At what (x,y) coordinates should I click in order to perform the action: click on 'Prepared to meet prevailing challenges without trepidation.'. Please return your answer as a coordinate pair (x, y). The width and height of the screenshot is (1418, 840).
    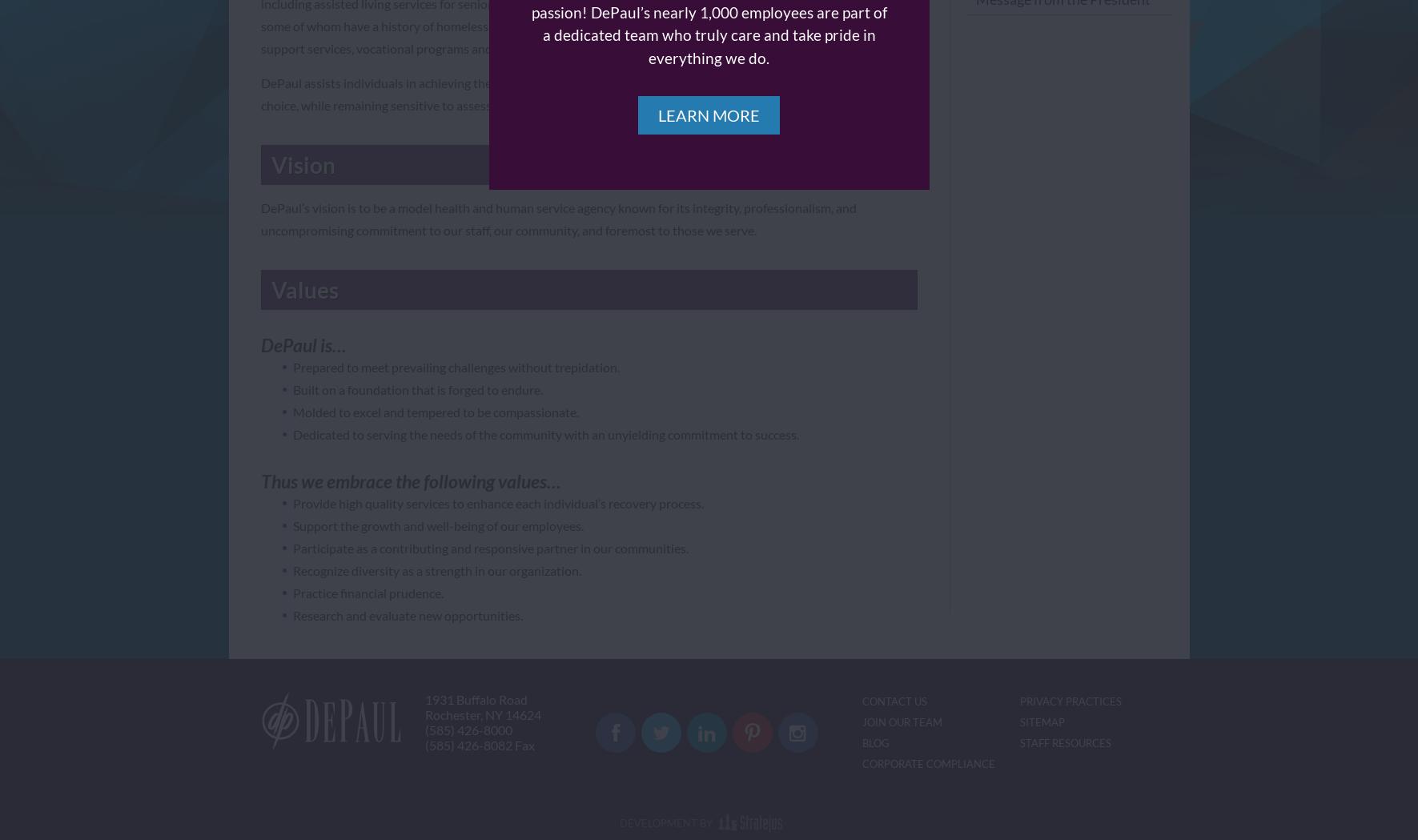
    Looking at the image, I should click on (455, 367).